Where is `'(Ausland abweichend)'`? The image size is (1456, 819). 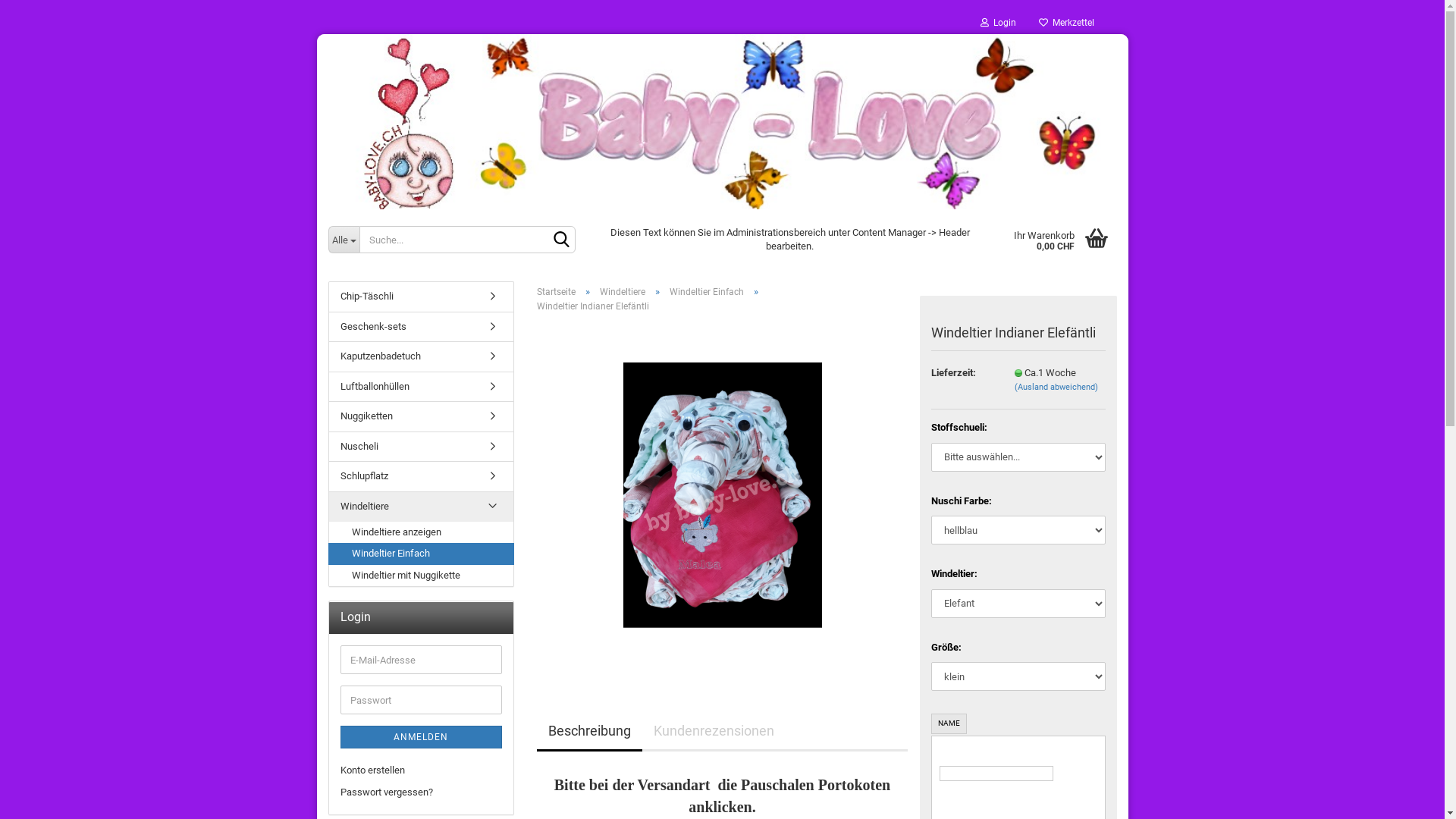 '(Ausland abweichend)' is located at coordinates (1055, 386).